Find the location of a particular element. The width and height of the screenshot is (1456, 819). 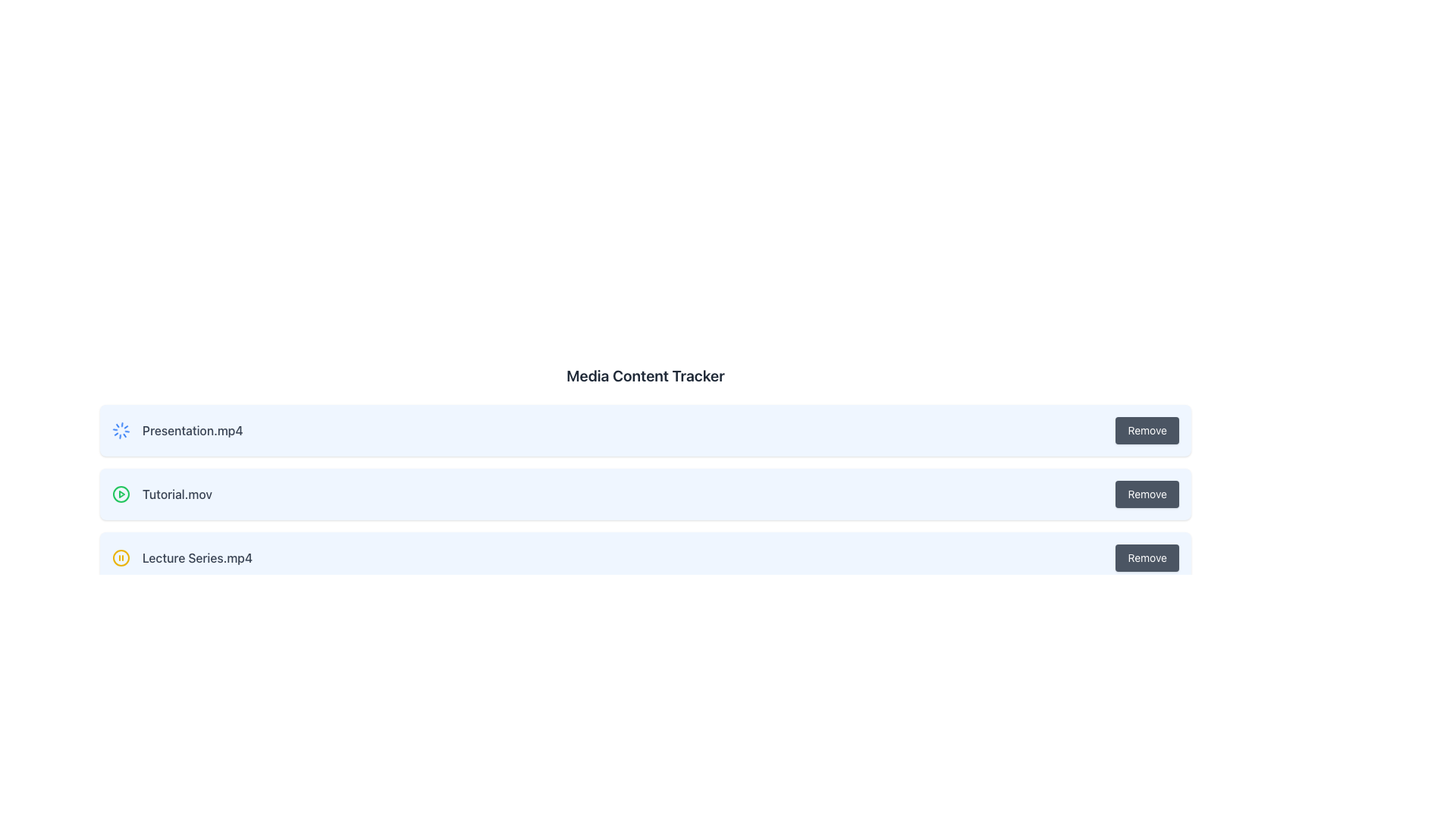

the 'Remove' button with a dark gray background and white text, located in the row titled 'Lecture Series.mp4' as the rightmost component of the third entry in the list, to initiate the remove action is located at coordinates (1147, 558).